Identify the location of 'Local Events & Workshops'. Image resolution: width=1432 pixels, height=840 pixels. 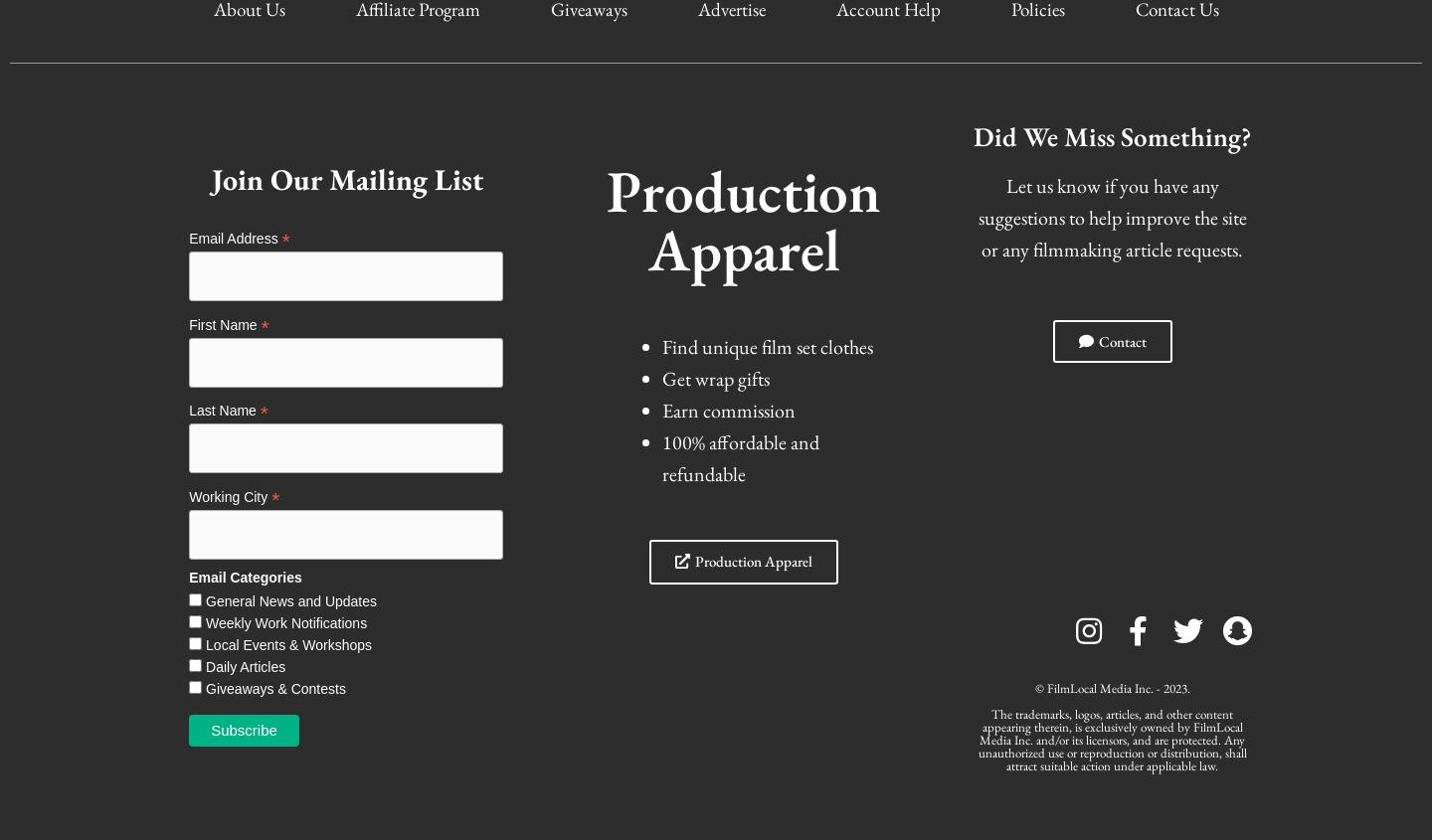
(287, 644).